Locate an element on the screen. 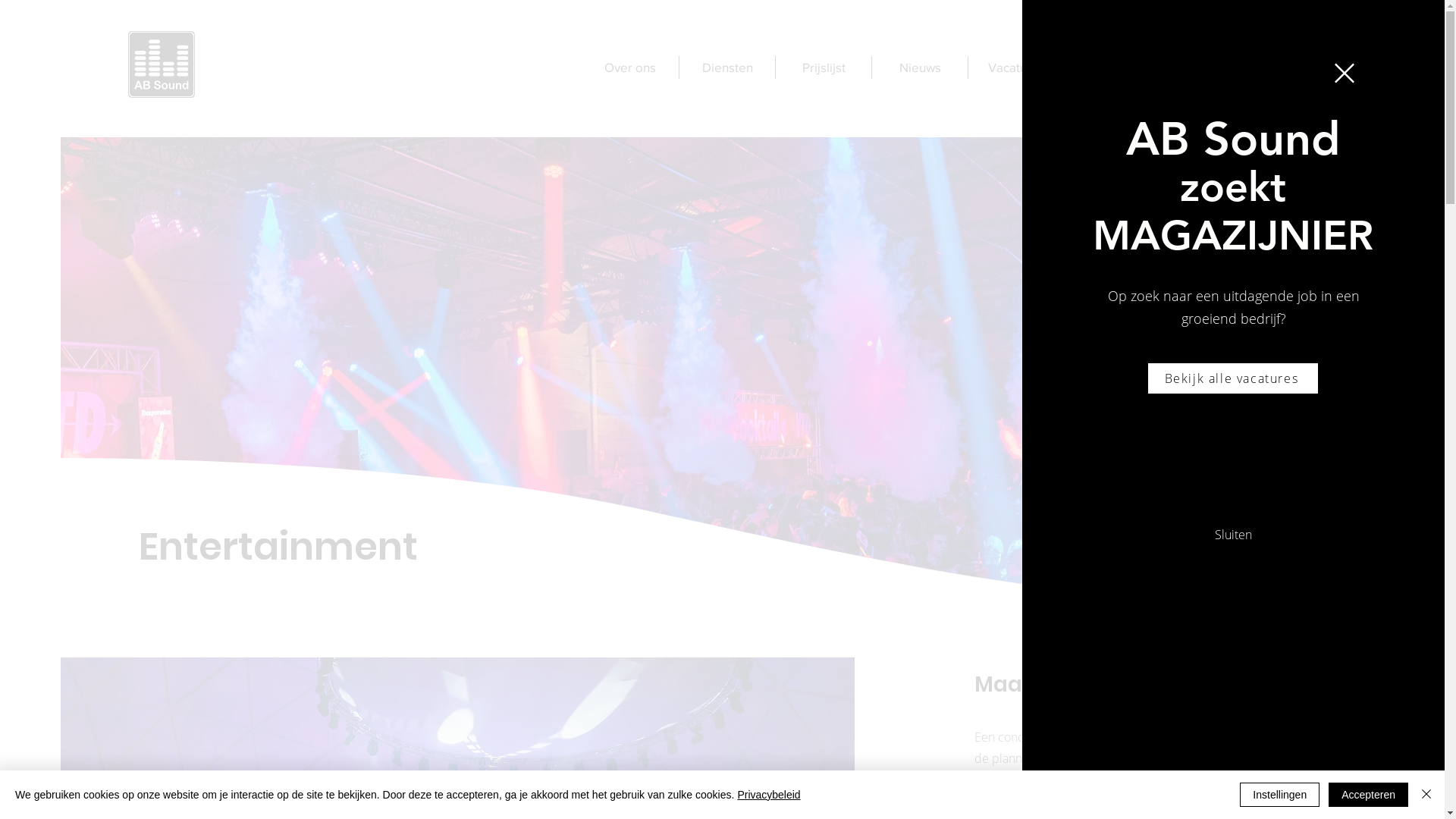  'Contact' is located at coordinates (1112, 66).